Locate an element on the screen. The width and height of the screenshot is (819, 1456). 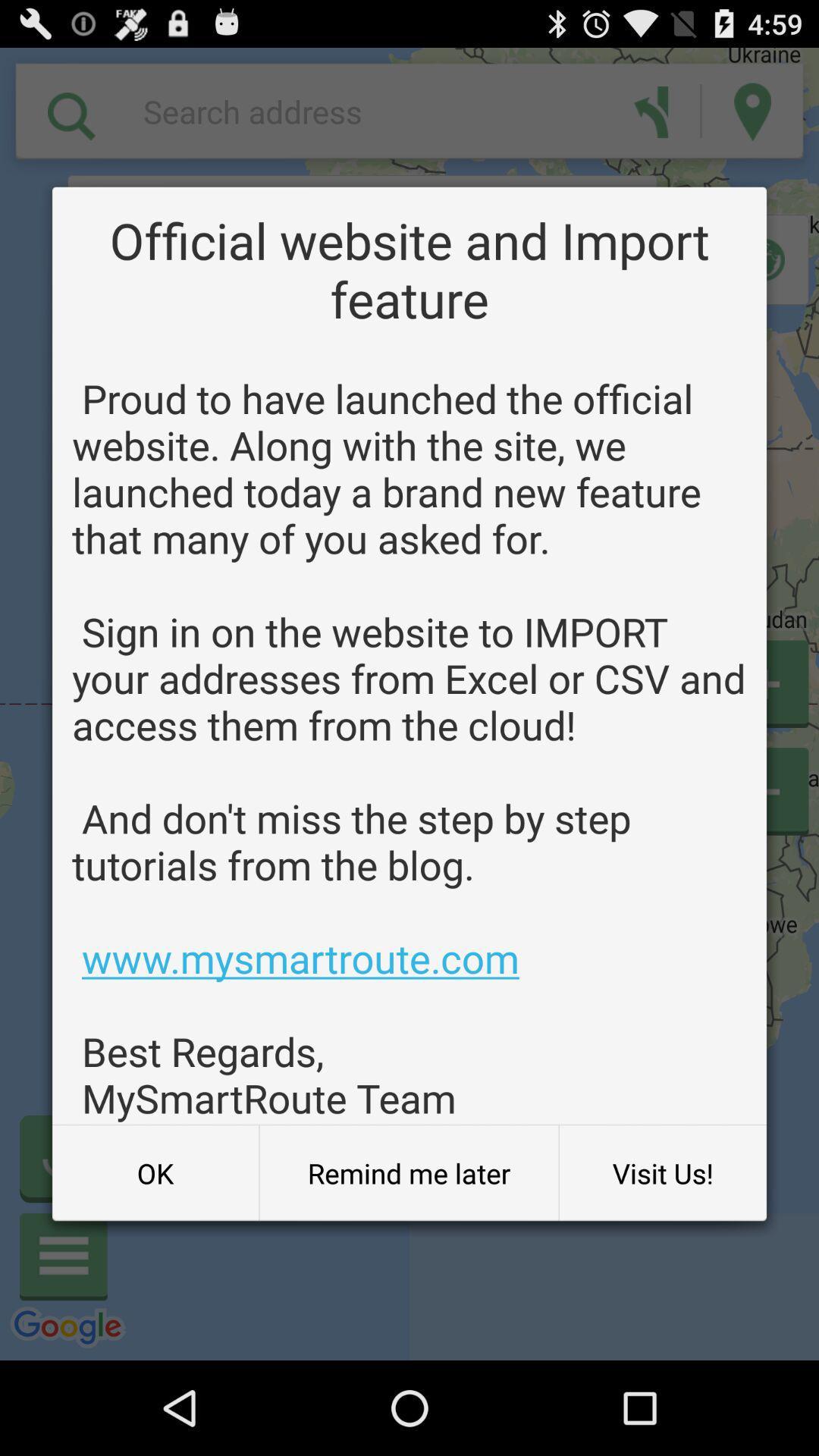
the button to the left of the remind me later button is located at coordinates (155, 1172).